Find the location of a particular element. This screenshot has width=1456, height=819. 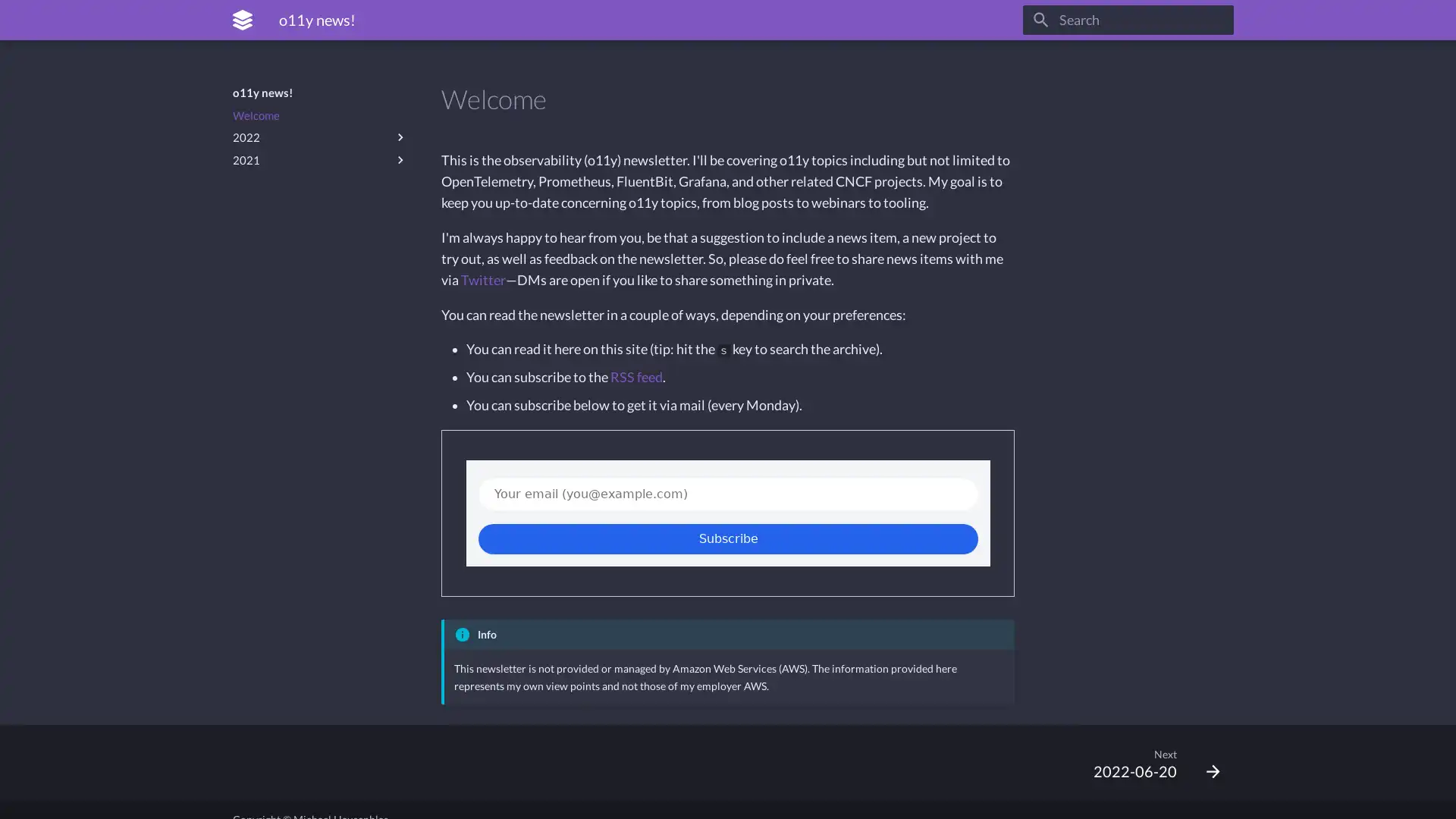

Clear is located at coordinates (1215, 20).